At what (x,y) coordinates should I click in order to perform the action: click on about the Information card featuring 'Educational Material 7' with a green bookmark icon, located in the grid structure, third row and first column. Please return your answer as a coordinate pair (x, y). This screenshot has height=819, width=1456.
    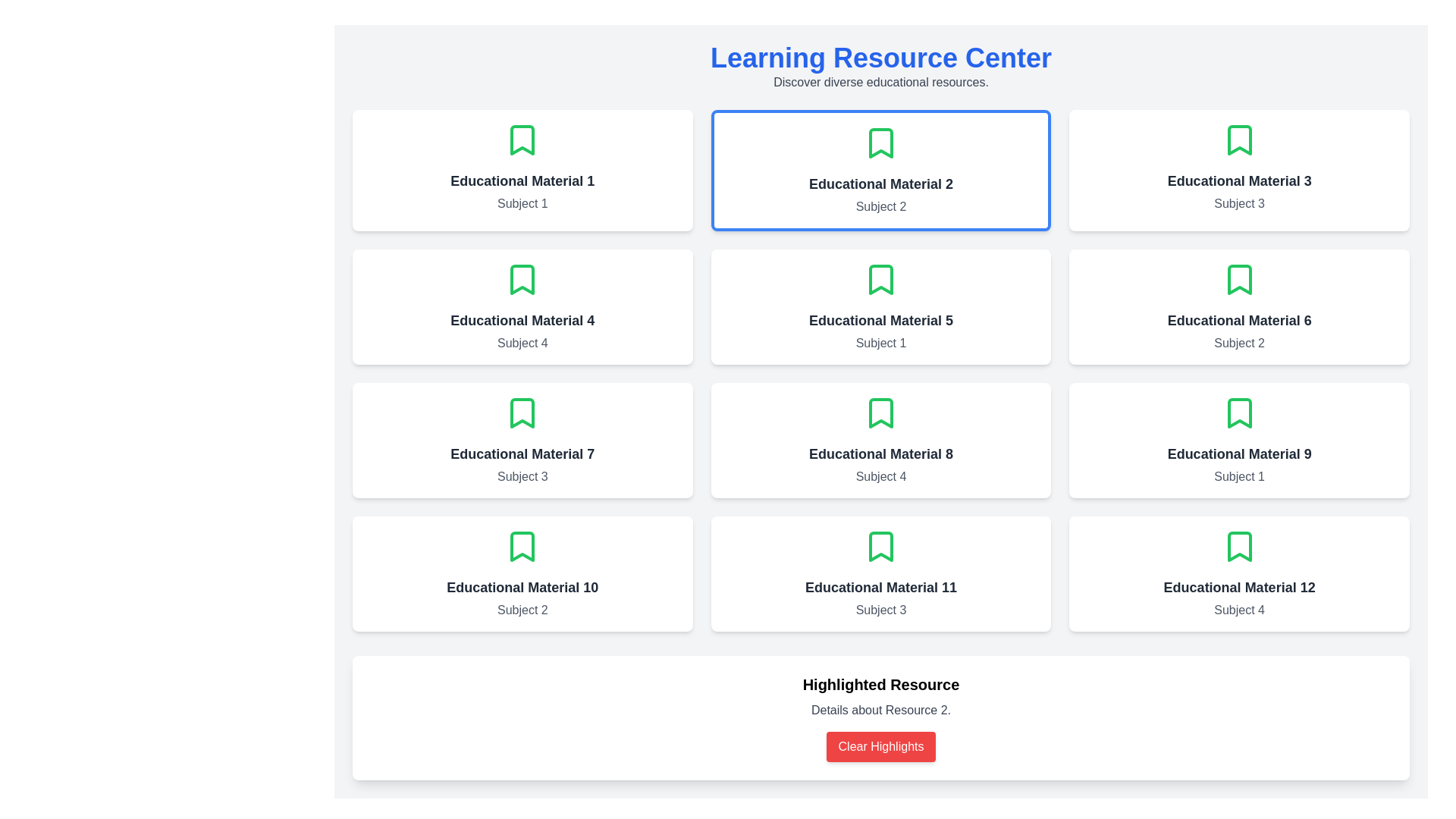
    Looking at the image, I should click on (522, 441).